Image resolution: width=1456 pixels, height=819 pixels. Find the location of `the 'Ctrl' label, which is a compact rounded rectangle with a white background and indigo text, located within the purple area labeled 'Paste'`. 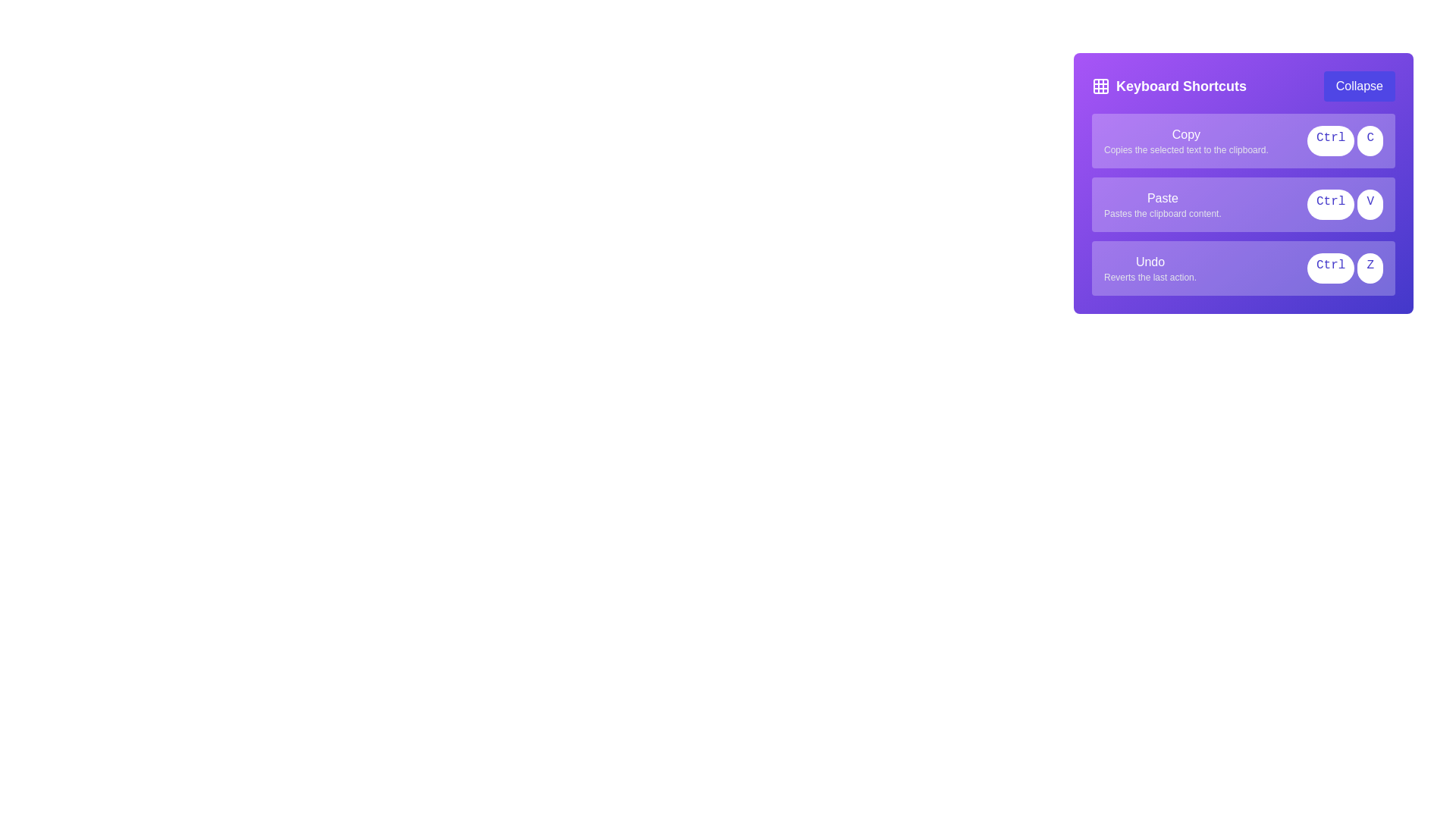

the 'Ctrl' label, which is a compact rounded rectangle with a white background and indigo text, located within the purple area labeled 'Paste' is located at coordinates (1330, 205).